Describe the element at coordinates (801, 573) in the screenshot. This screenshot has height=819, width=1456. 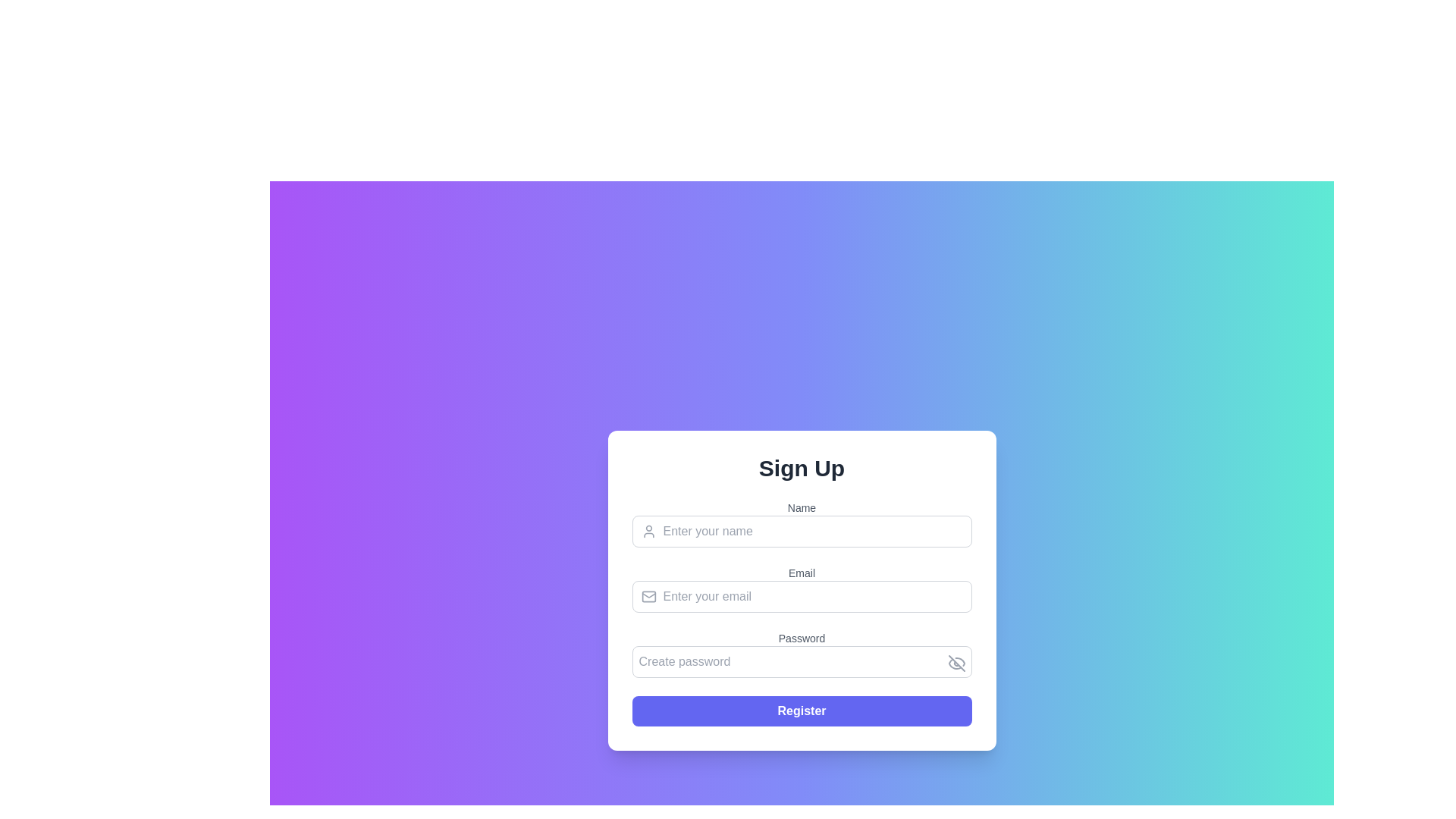
I see `the 'Email' text label element, which is displayed above the email input field in the form interface` at that location.